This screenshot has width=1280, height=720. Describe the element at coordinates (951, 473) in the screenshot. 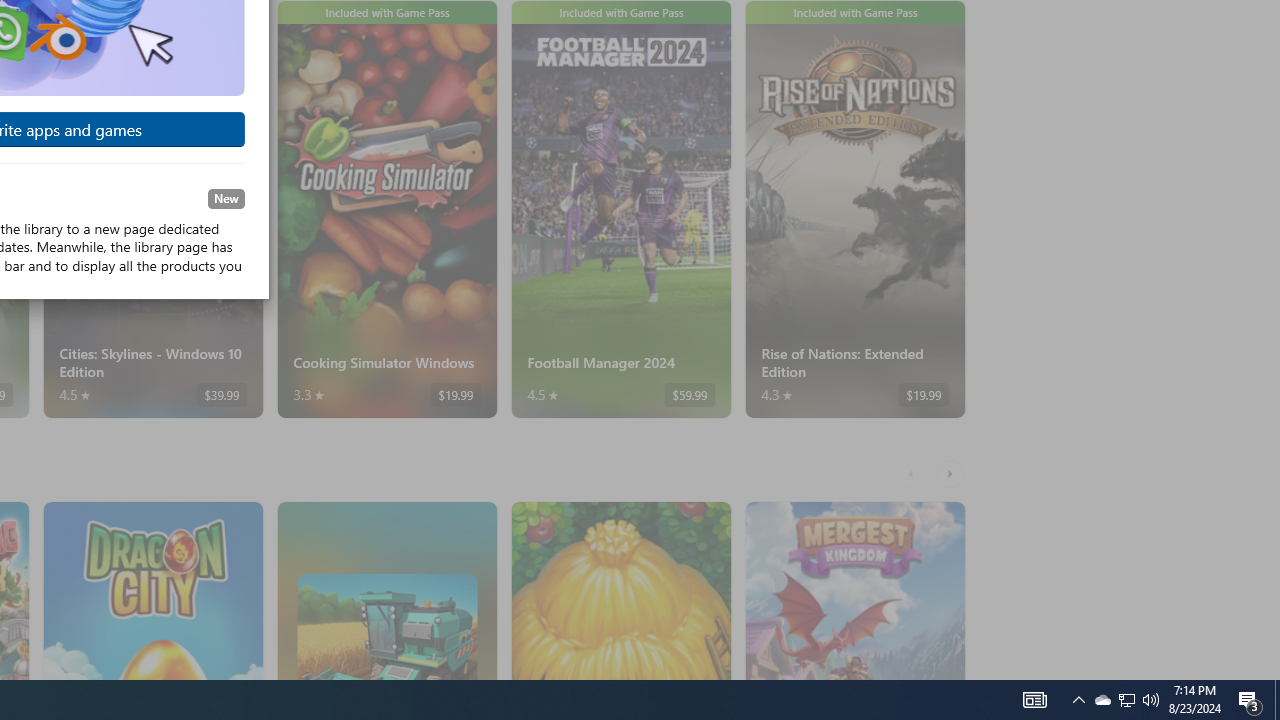

I see `'AutomationID: RightScrollButton'` at that location.